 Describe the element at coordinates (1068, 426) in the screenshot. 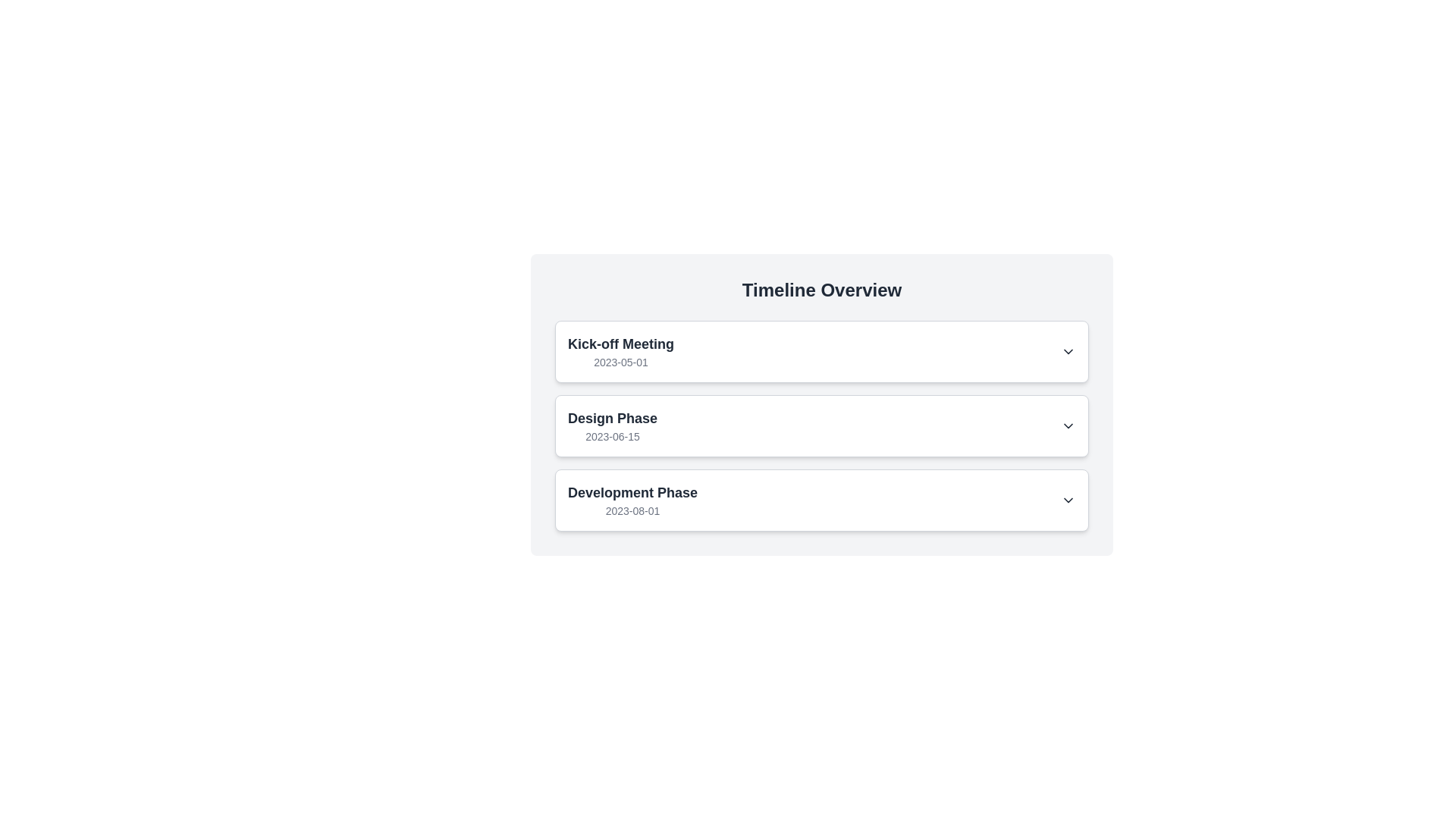

I see `the downward-pointing chevron icon located to the right of the 'Design Phase' text` at that location.